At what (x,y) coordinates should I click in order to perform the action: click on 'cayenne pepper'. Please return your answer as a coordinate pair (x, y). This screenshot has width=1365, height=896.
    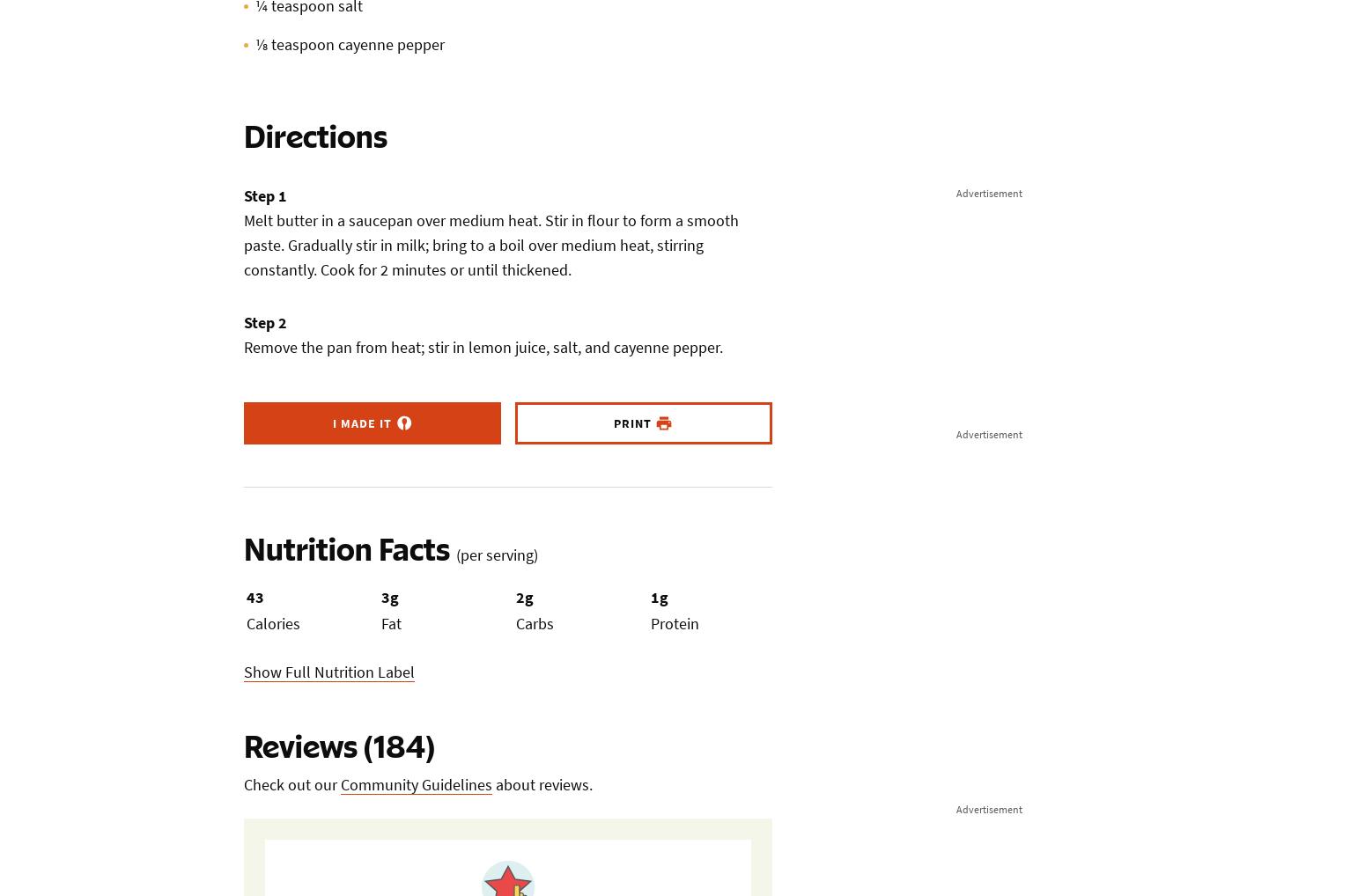
    Looking at the image, I should click on (336, 43).